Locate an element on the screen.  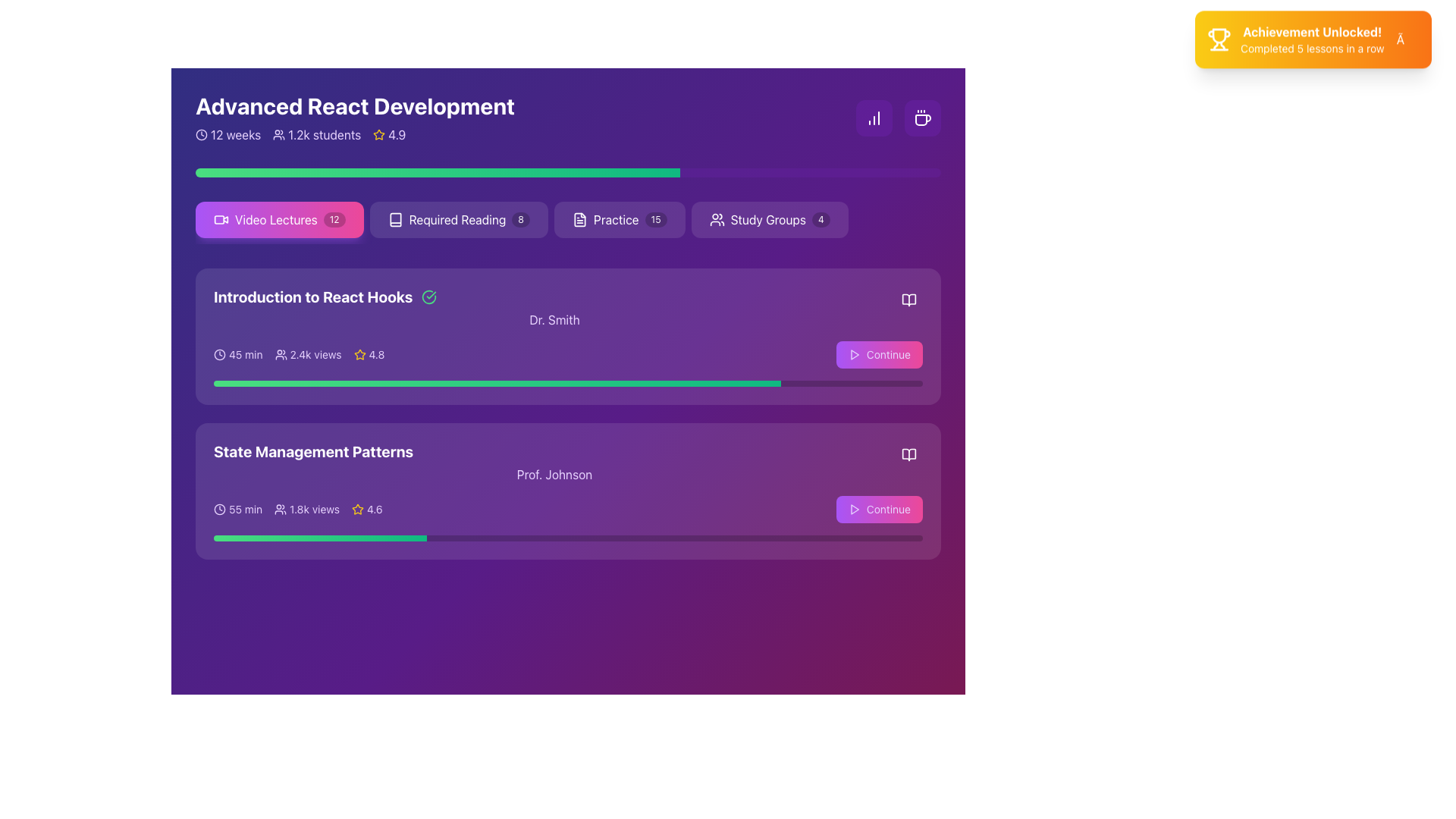
the clock icon located in the 'Advanced React Development' section, which visually represents the duration of the course, preceding the text '12 weeks' is located at coordinates (200, 133).